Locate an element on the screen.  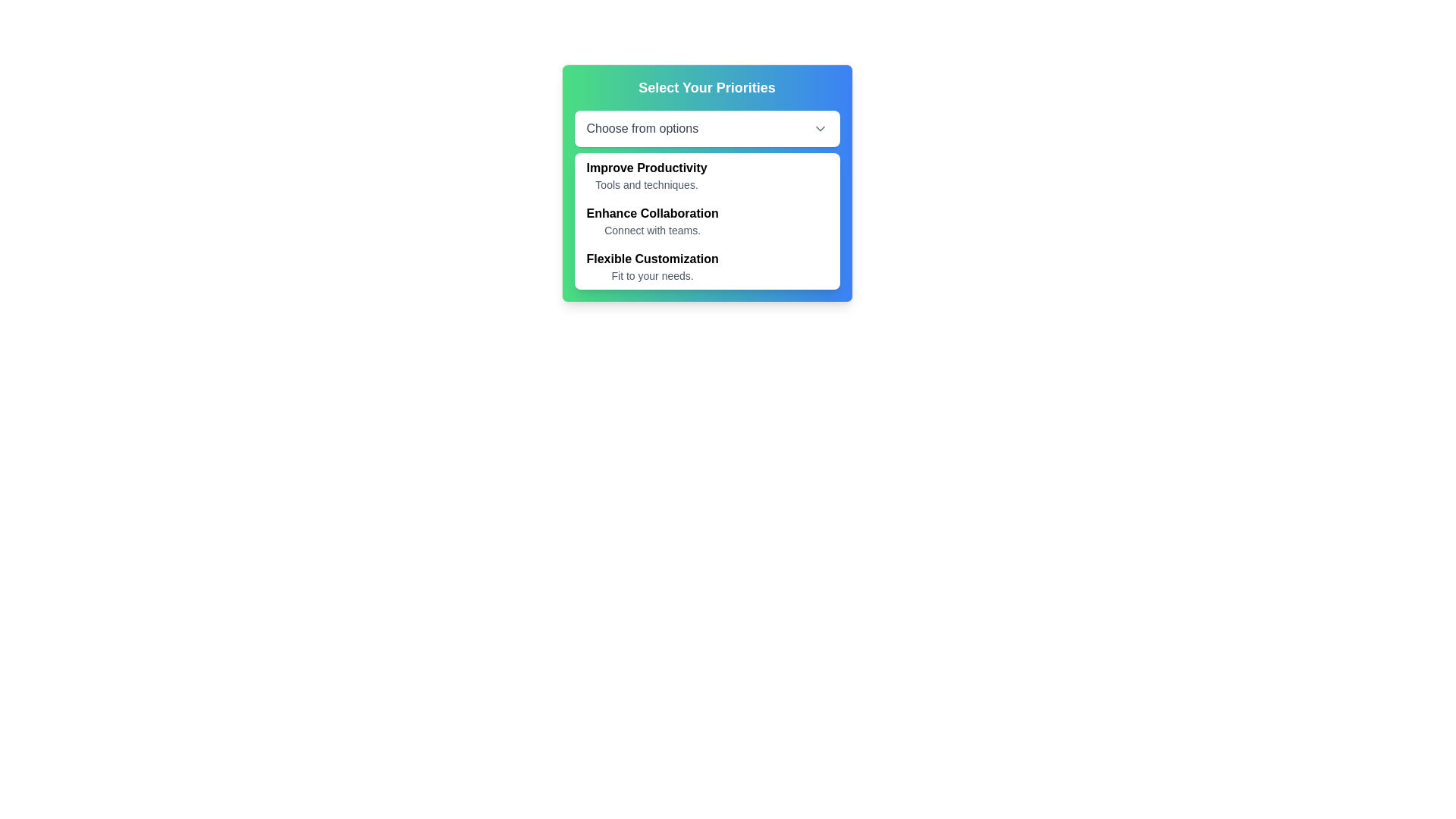
the static text element labeled 'Select Your Priorities' at the top of the panel with a gradient background is located at coordinates (706, 87).